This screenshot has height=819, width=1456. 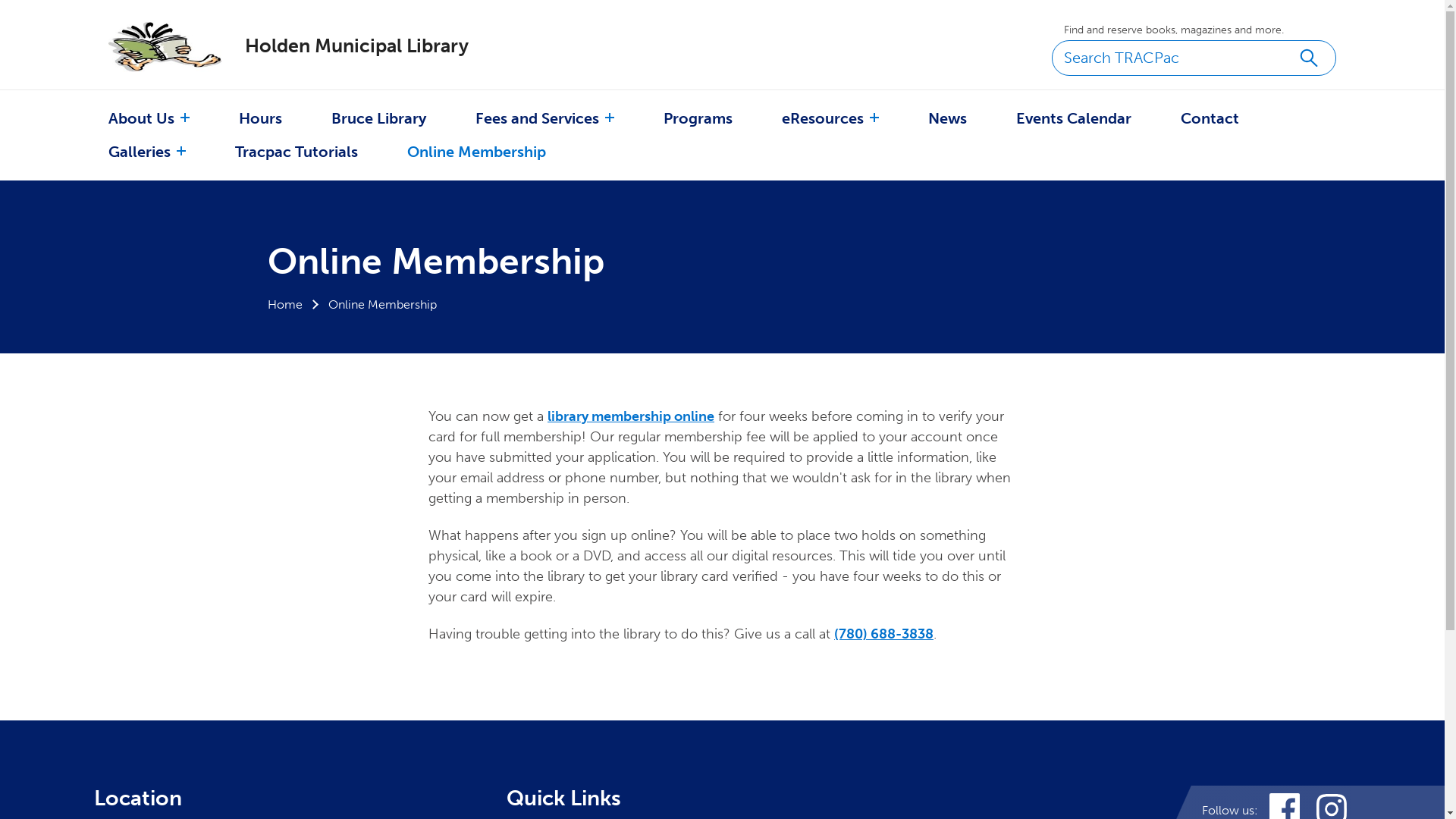 I want to click on 'Online Membership', so click(x=407, y=152).